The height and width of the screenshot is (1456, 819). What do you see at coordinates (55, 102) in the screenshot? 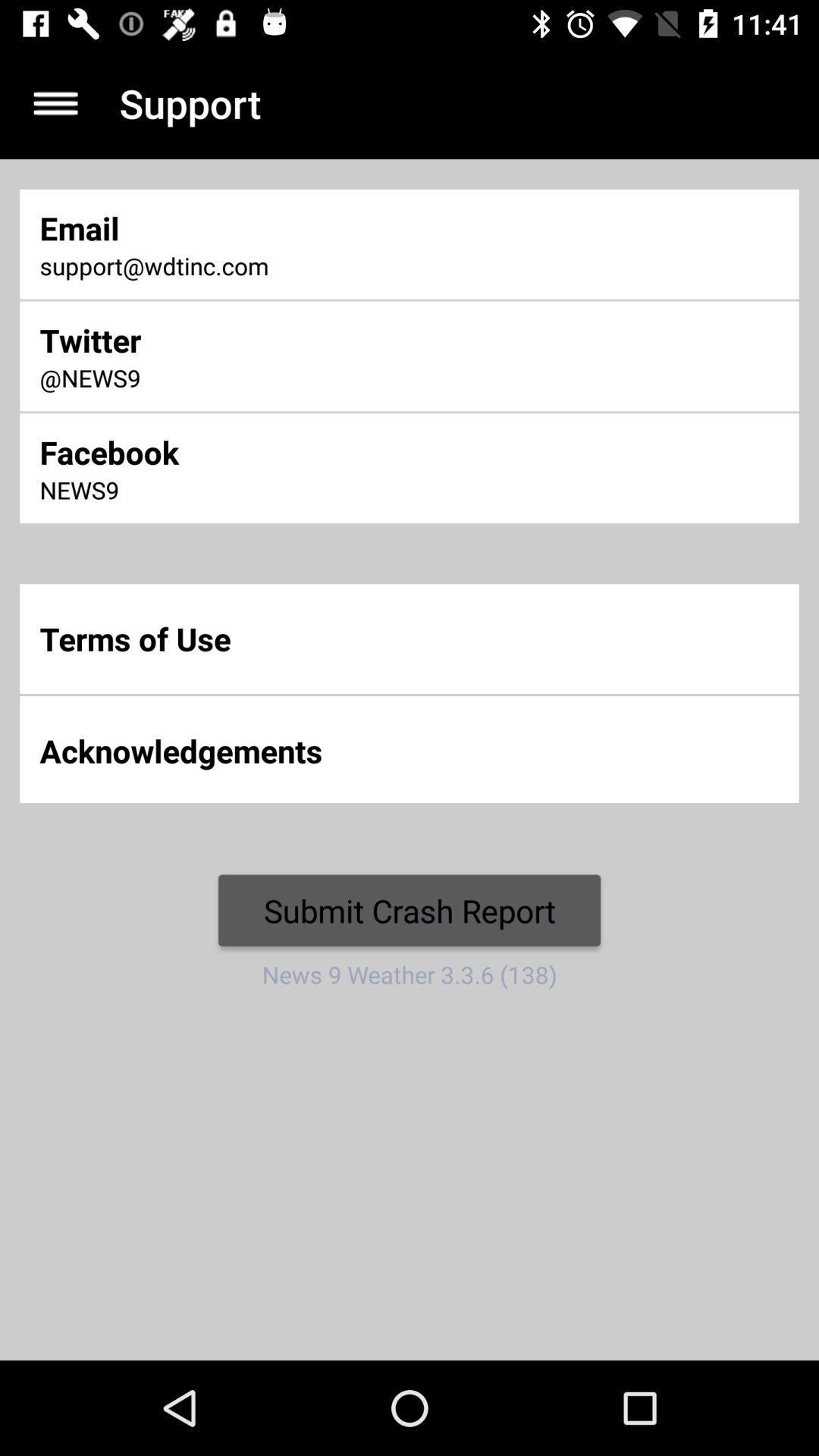
I see `app next to support icon` at bounding box center [55, 102].